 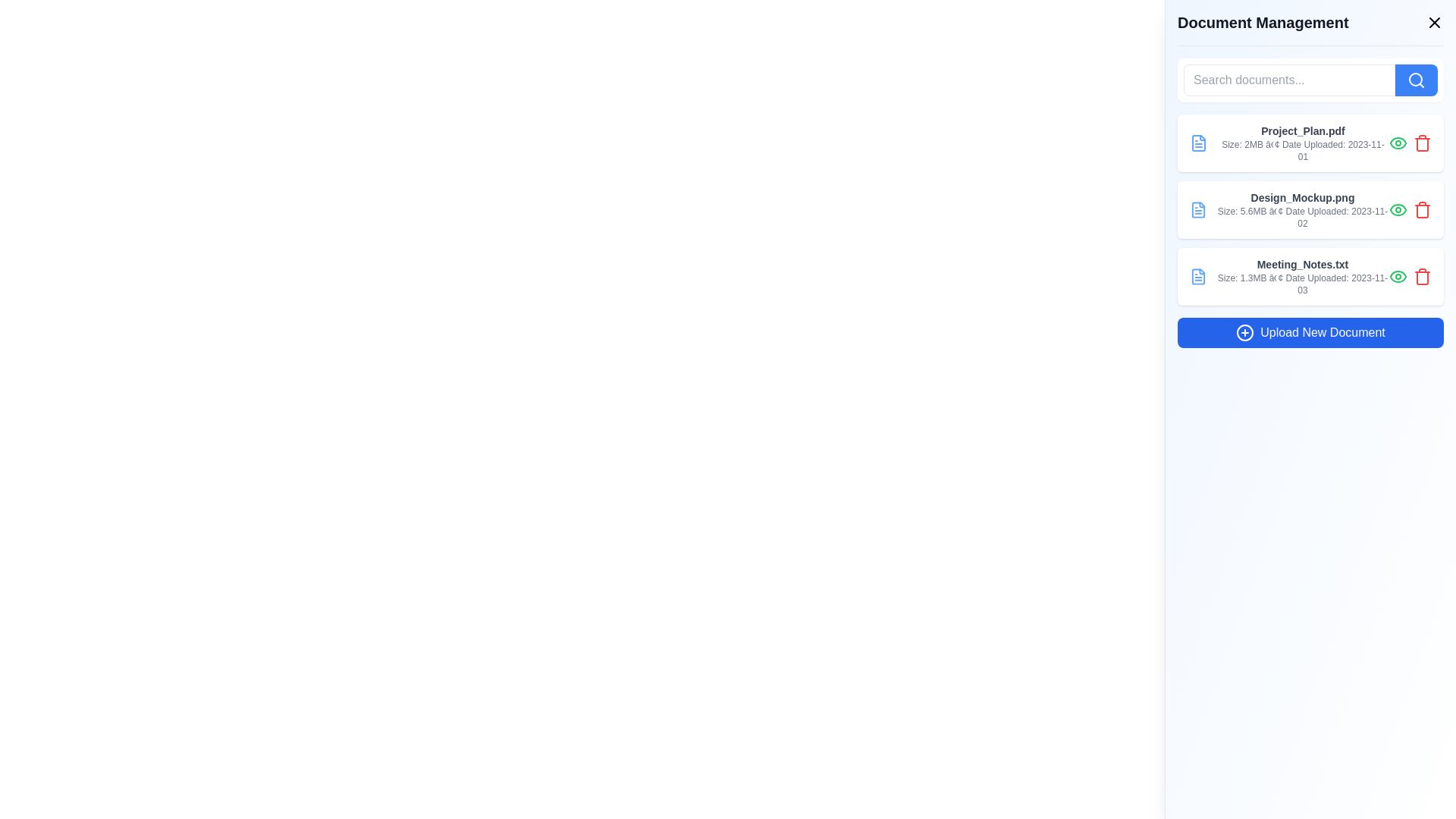 What do you see at coordinates (1302, 263) in the screenshot?
I see `the text label 'Meeting_Notes.txt', which is displayed in bold at the top of the file details section in the 'Document Management' panel` at bounding box center [1302, 263].